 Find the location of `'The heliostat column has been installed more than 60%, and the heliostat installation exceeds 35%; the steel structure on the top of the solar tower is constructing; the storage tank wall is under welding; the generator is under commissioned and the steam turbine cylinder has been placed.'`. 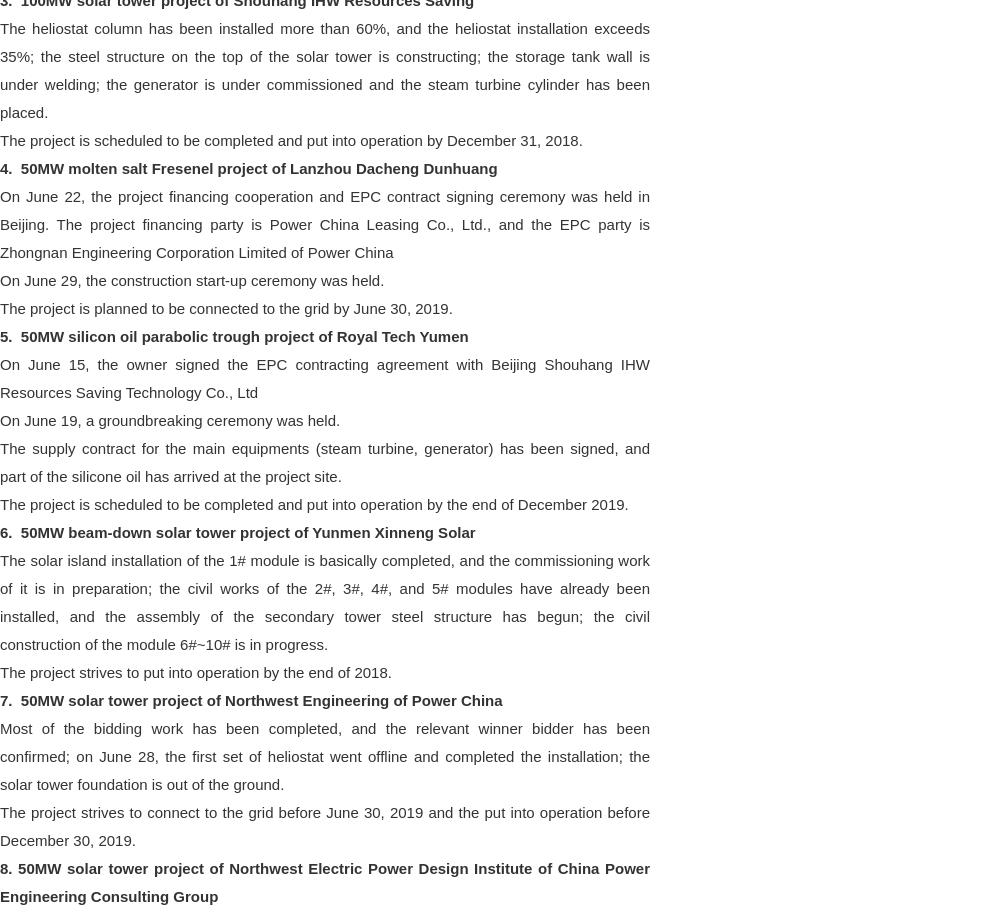

'The heliostat column has been installed more than 60%, and the heliostat installation exceeds 35%; the steel structure on the top of the solar tower is constructing; the storage tank wall is under welding; the generator is under commissioned and the steam turbine cylinder has been placed.' is located at coordinates (324, 68).